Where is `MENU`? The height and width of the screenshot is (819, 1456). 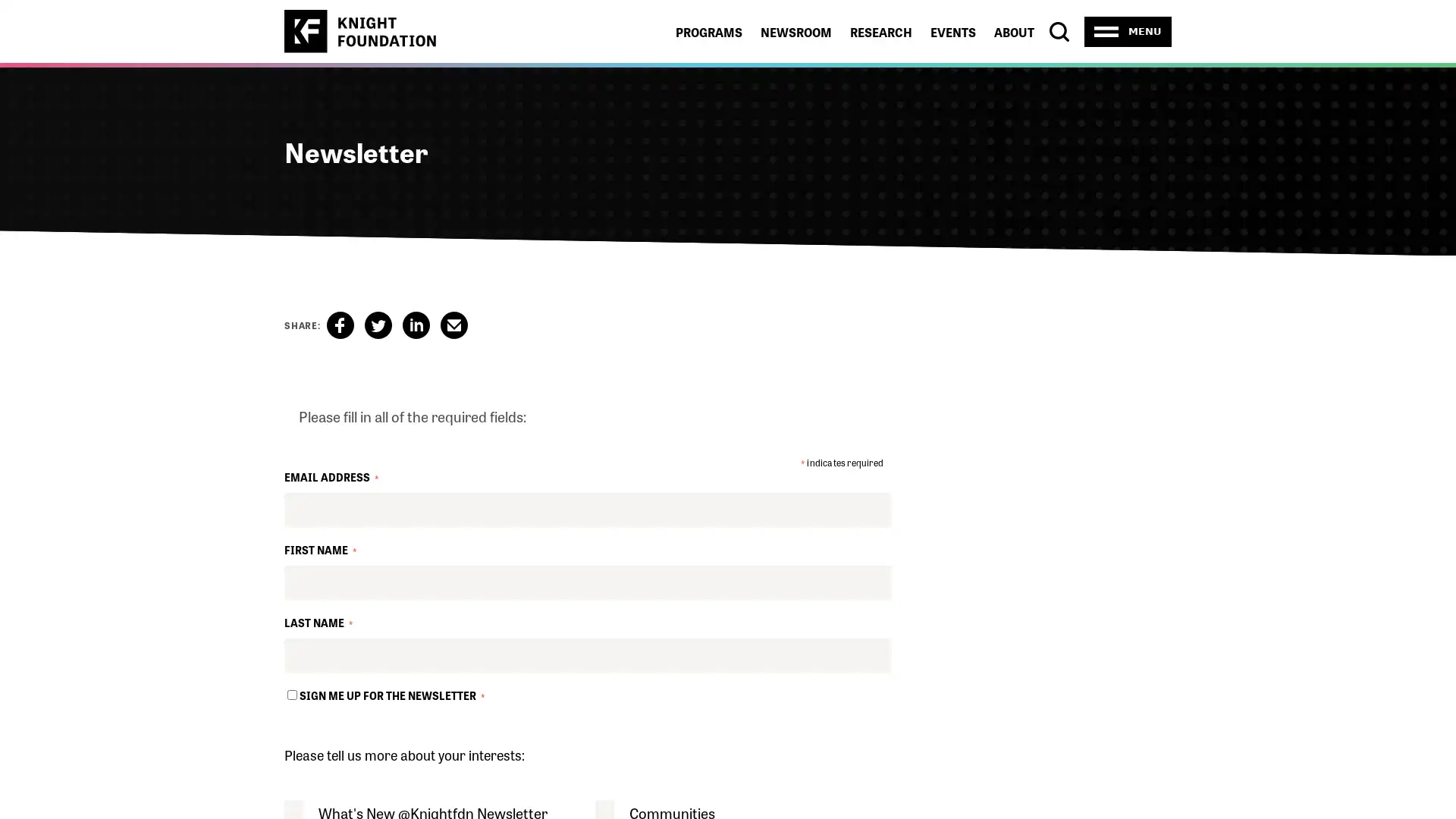
MENU is located at coordinates (1128, 31).